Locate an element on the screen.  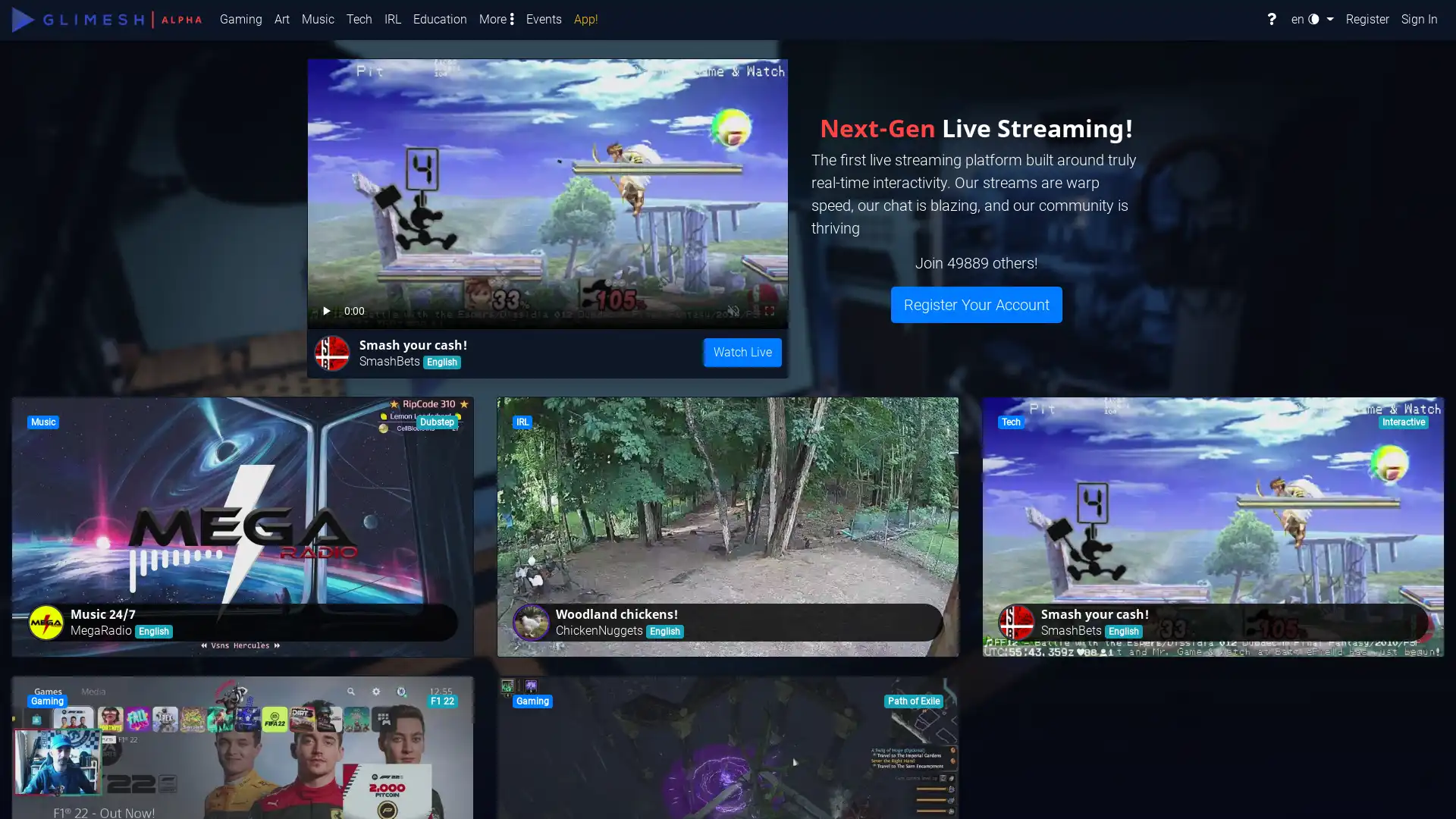
unmute is located at coordinates (375, 308).